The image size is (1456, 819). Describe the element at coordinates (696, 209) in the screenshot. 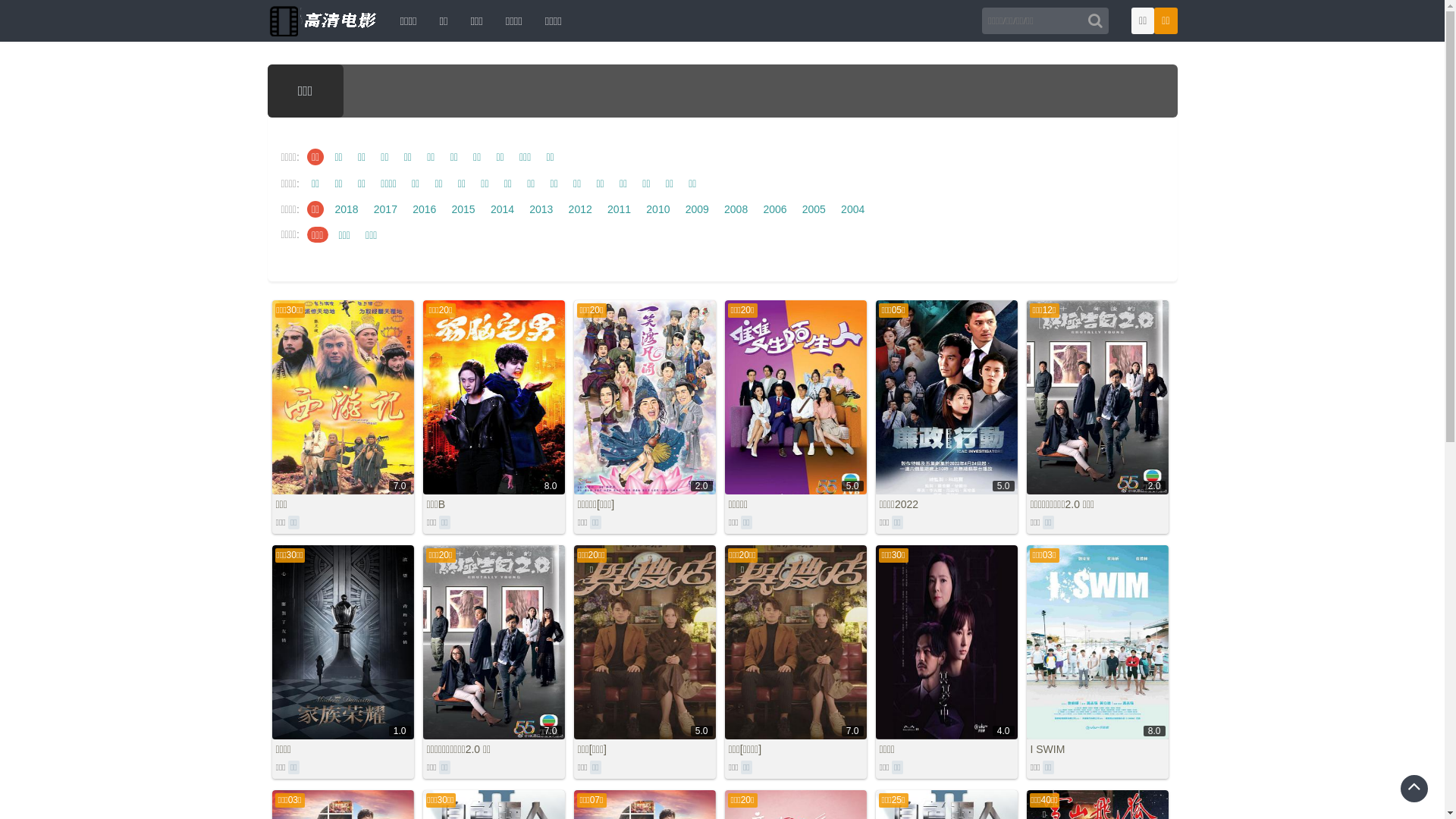

I see `'2009'` at that location.